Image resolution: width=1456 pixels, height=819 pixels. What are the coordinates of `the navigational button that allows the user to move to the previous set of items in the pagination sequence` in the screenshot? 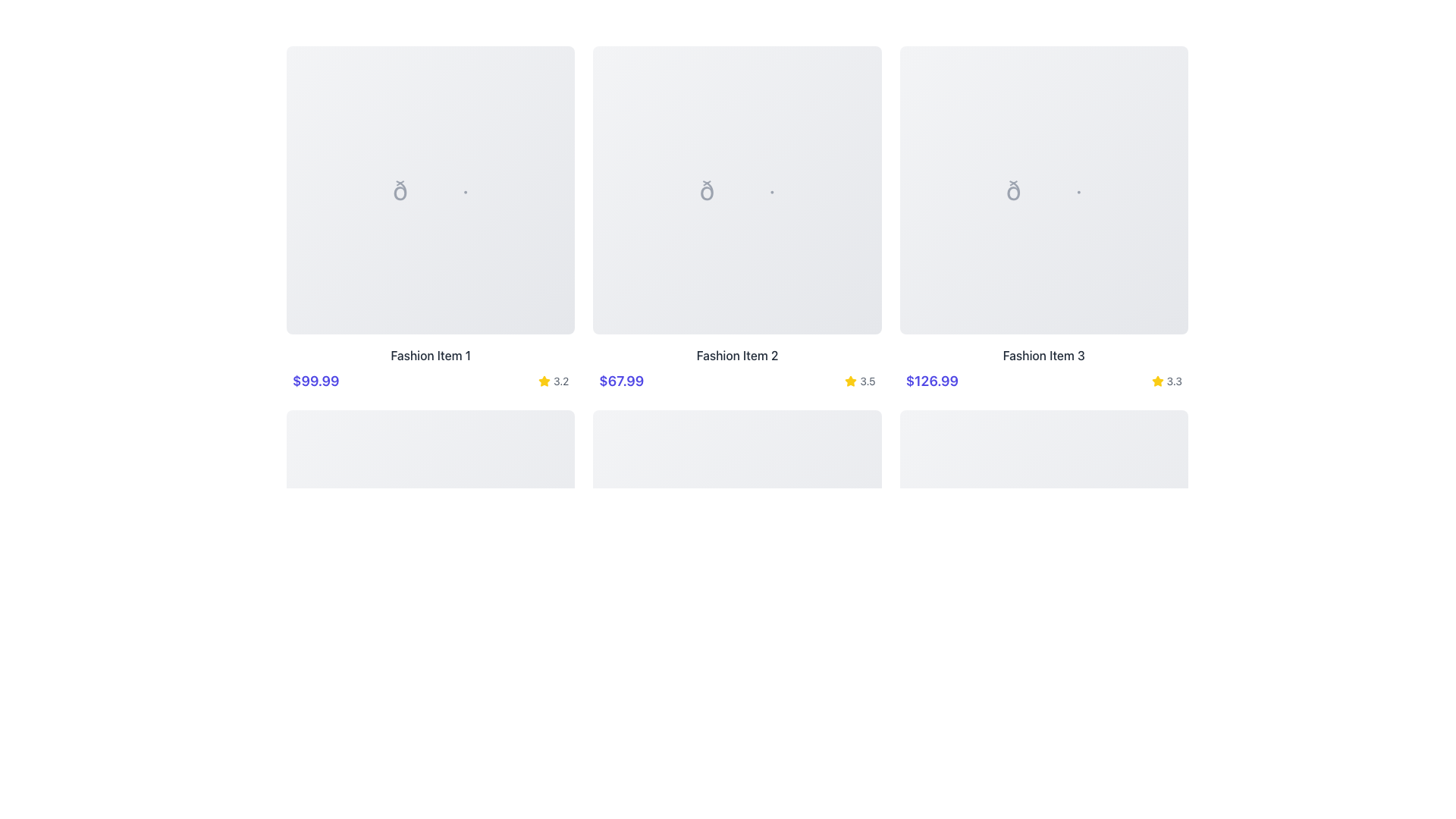 It's located at (654, 793).